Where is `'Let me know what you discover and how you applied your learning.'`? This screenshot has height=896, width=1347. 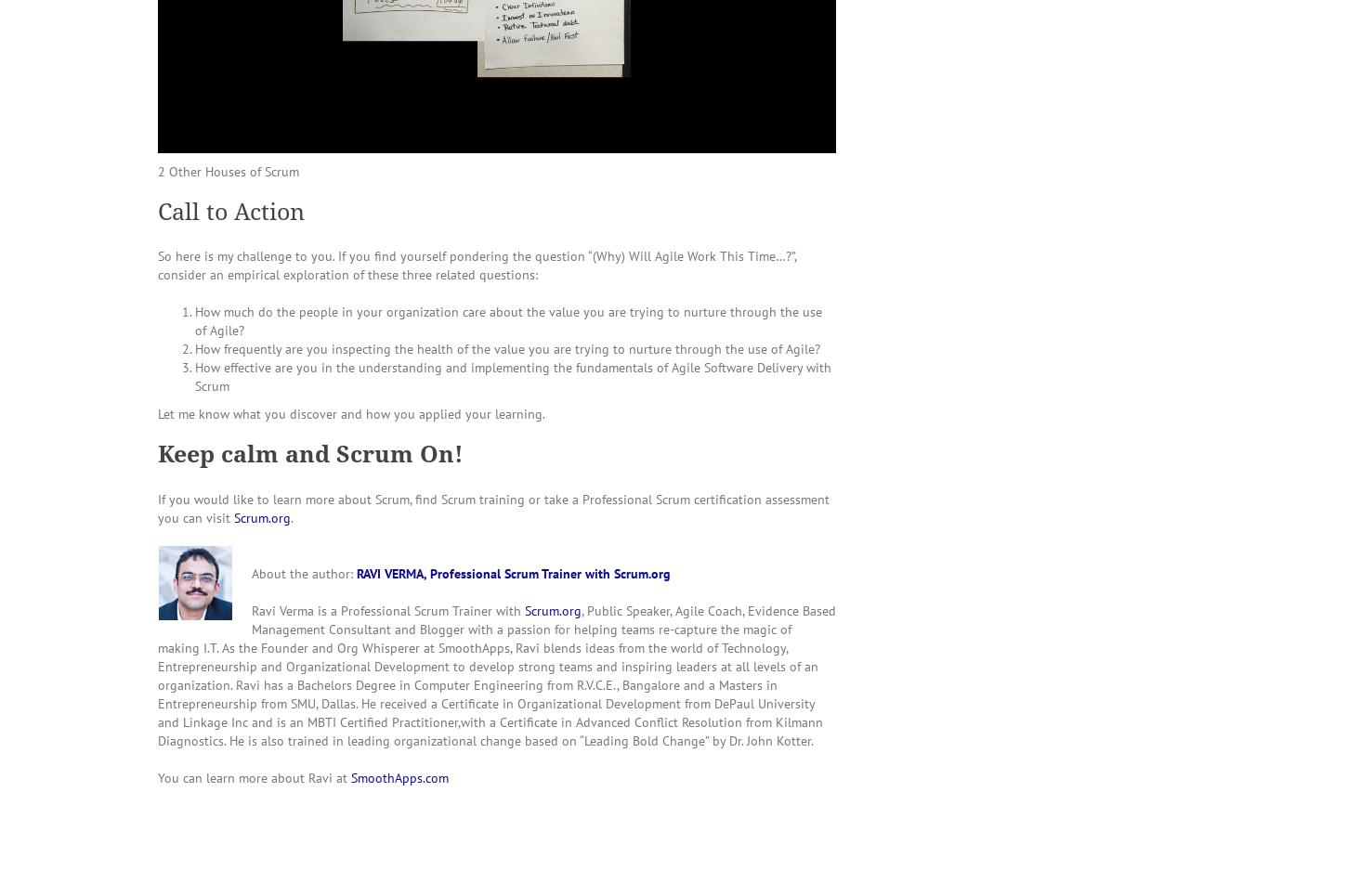 'Let me know what you discover and how you applied your learning.' is located at coordinates (350, 413).